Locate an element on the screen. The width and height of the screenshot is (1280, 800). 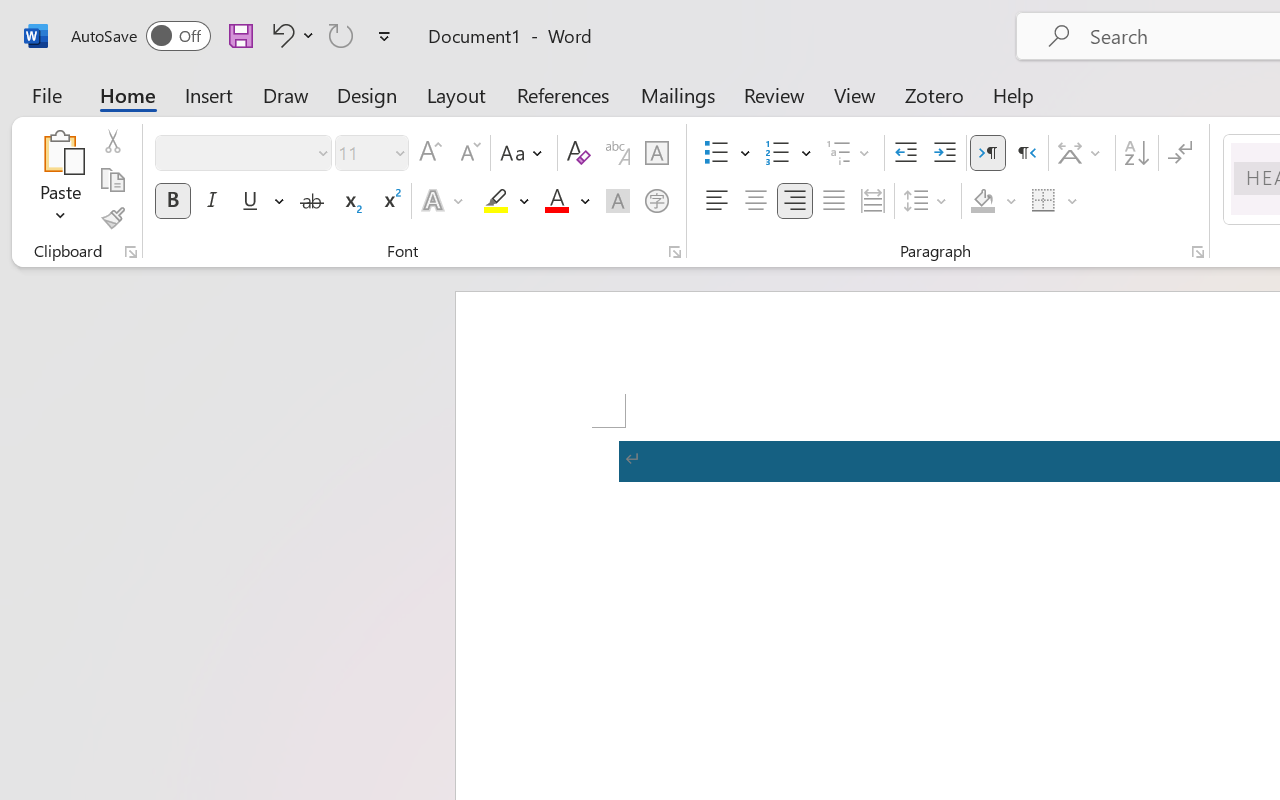
'Repeat TCSCTranslate' is located at coordinates (341, 34).